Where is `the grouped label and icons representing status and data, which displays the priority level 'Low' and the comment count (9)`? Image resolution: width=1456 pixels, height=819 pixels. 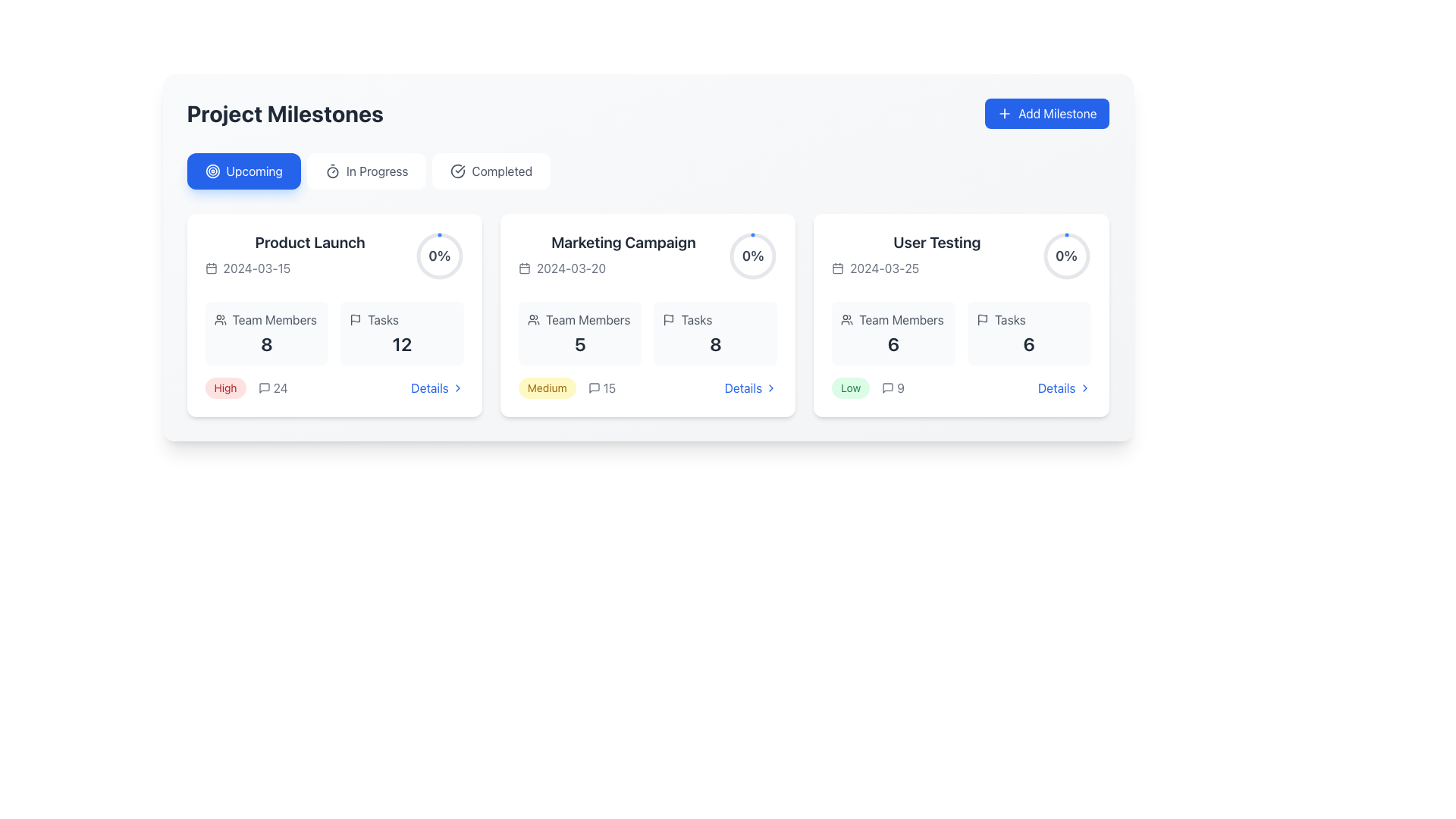 the grouped label and icons representing status and data, which displays the priority level 'Low' and the comment count (9) is located at coordinates (868, 388).